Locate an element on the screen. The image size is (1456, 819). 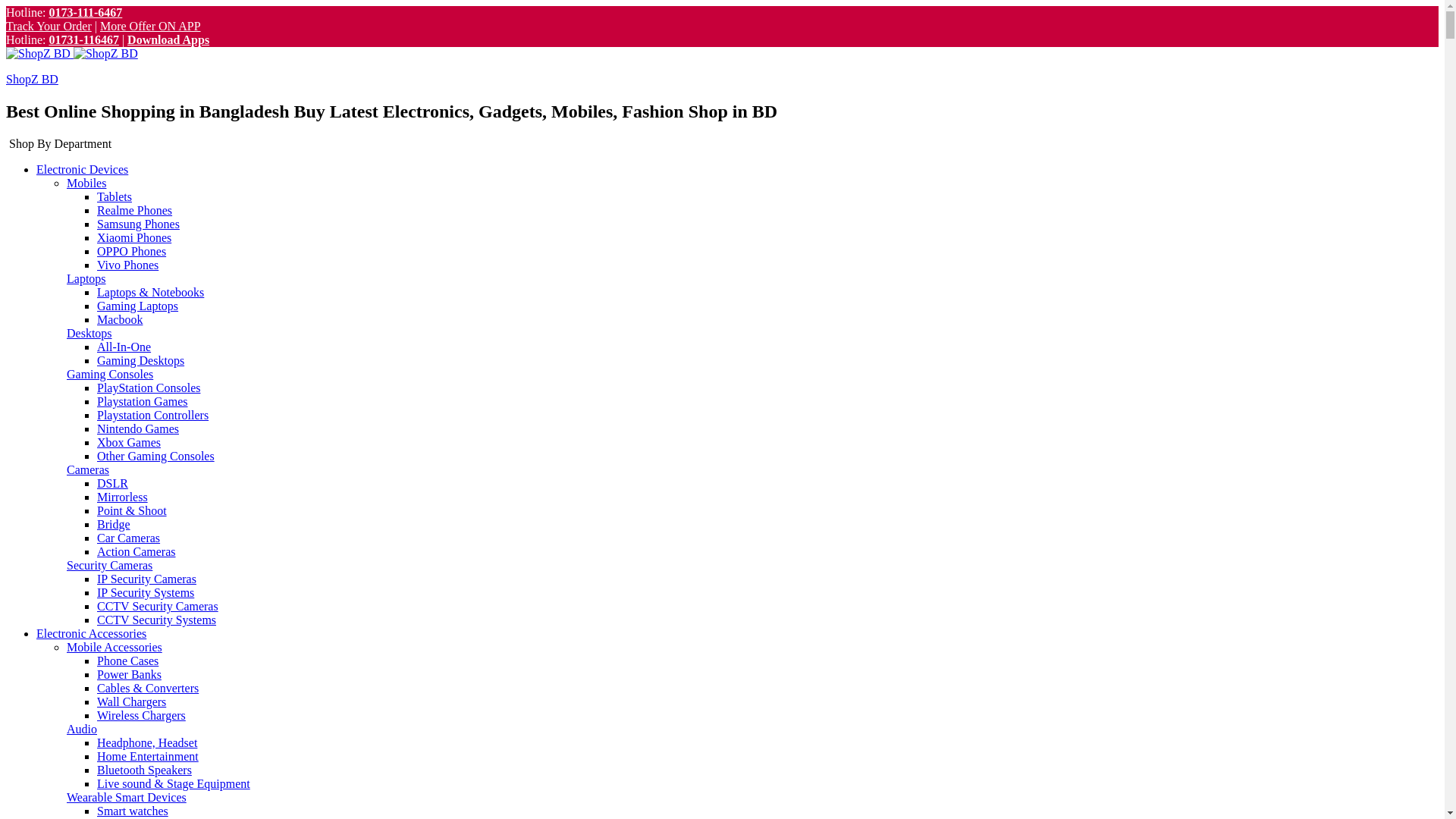
'Mobile Accessories' is located at coordinates (113, 647).